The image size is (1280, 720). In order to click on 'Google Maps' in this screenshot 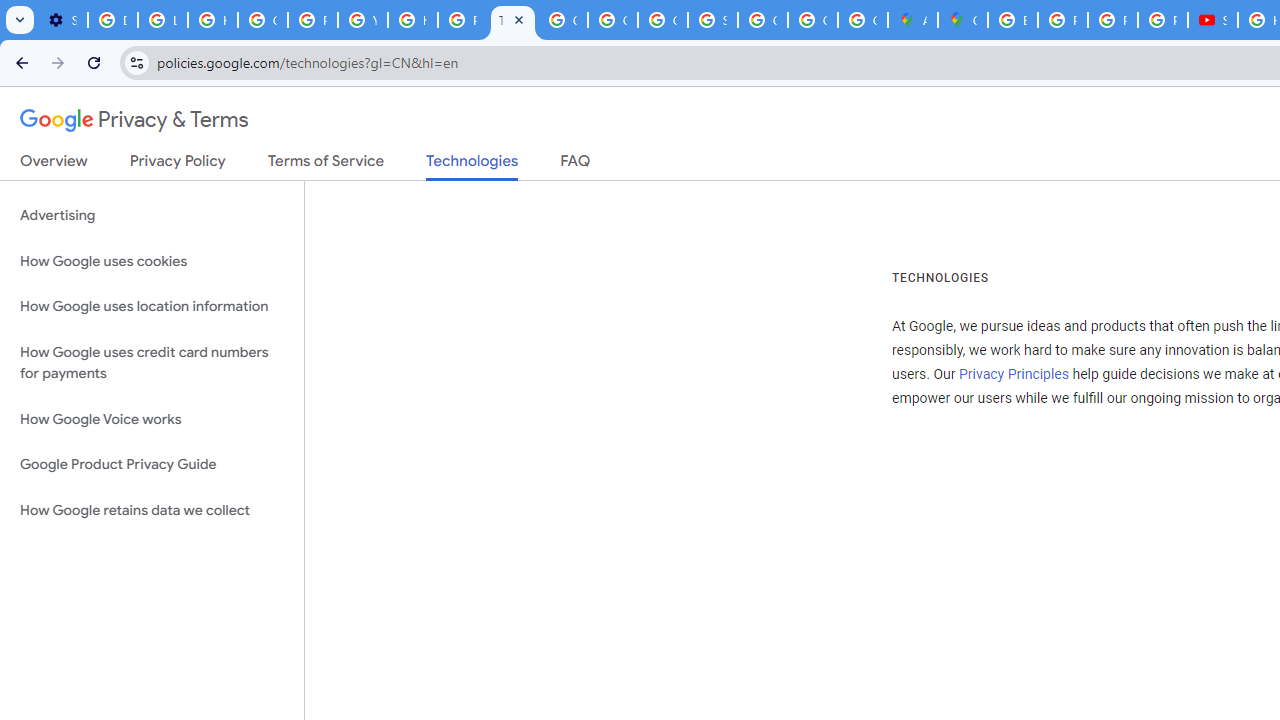, I will do `click(963, 20)`.